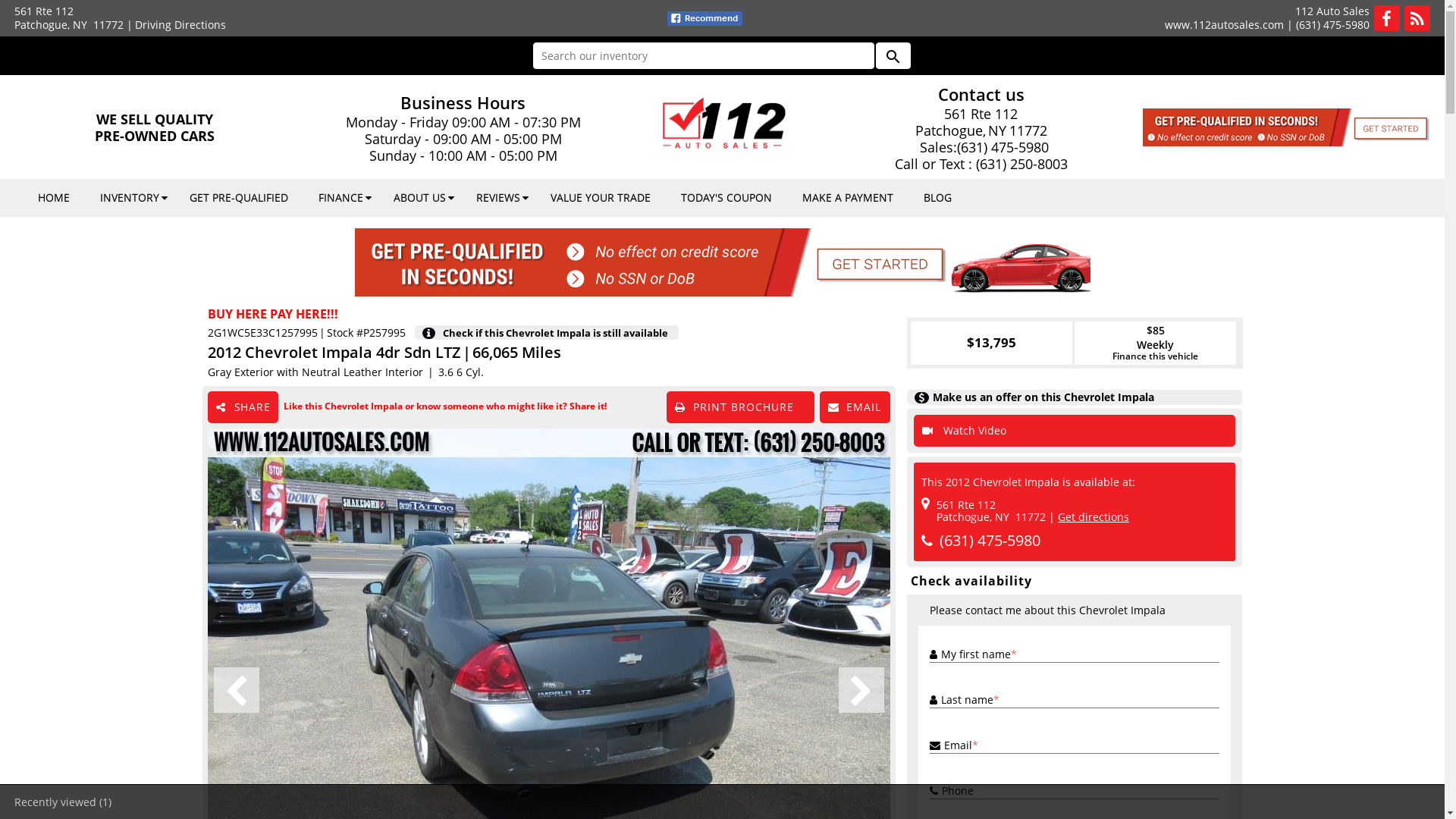 The width and height of the screenshot is (1456, 819). What do you see at coordinates (498, 197) in the screenshot?
I see `'REVIEWS'` at bounding box center [498, 197].